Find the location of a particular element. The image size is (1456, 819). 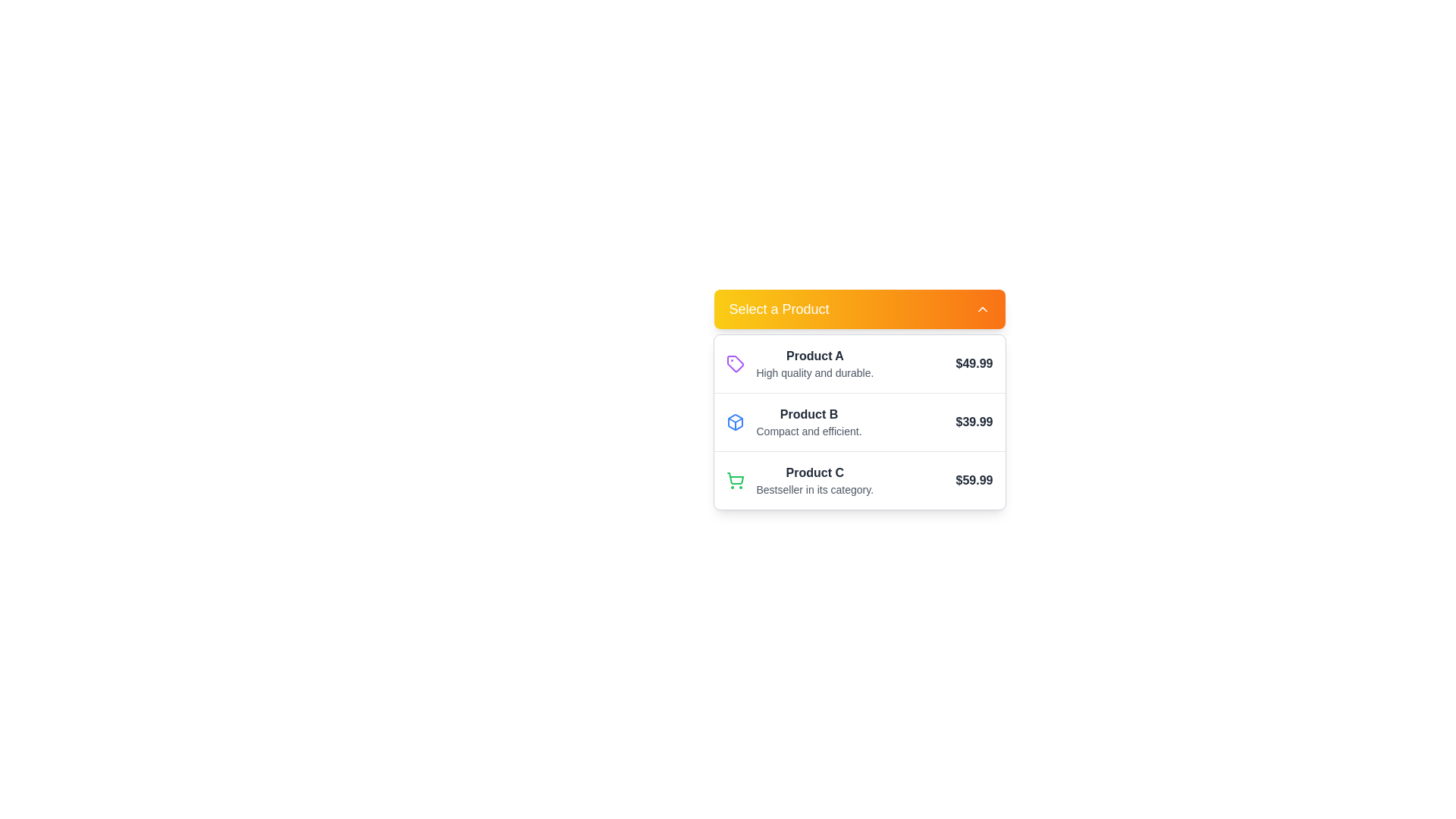

the last product listing is located at coordinates (859, 480).